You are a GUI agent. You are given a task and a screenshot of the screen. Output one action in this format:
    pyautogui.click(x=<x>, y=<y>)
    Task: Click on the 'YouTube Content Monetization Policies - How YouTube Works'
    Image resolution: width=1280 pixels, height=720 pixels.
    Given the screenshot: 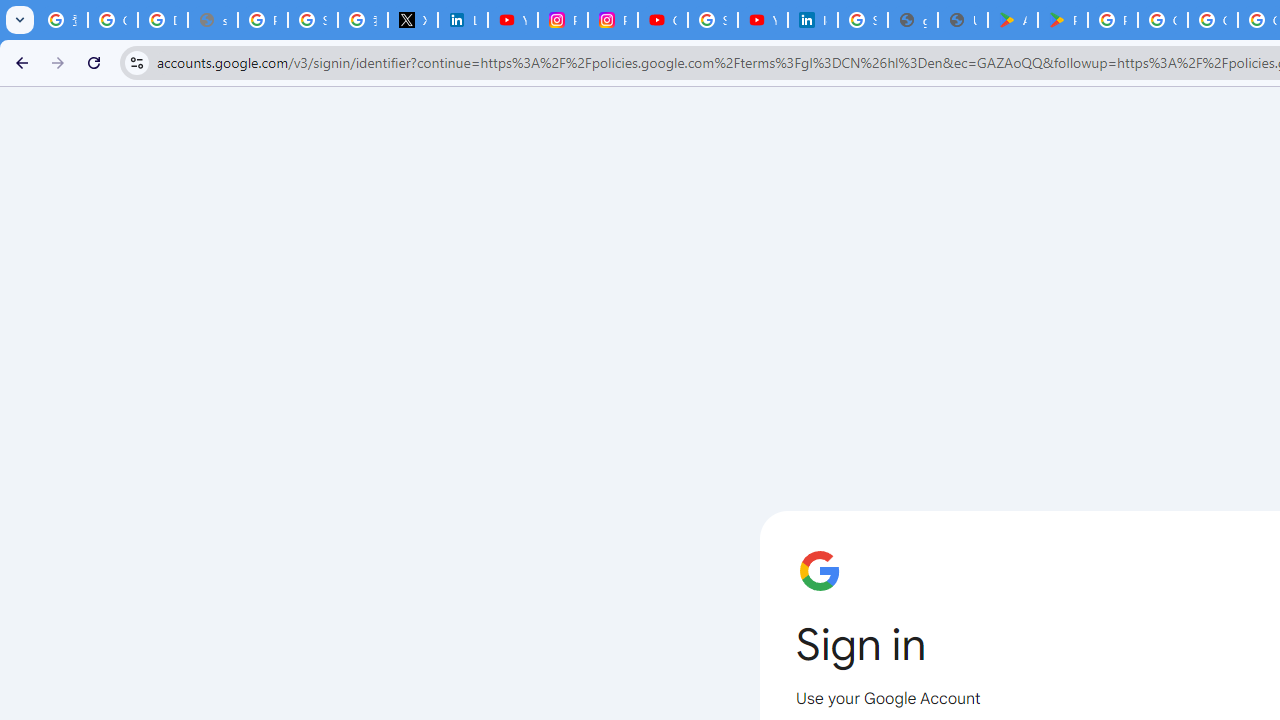 What is the action you would take?
    pyautogui.click(x=512, y=20)
    